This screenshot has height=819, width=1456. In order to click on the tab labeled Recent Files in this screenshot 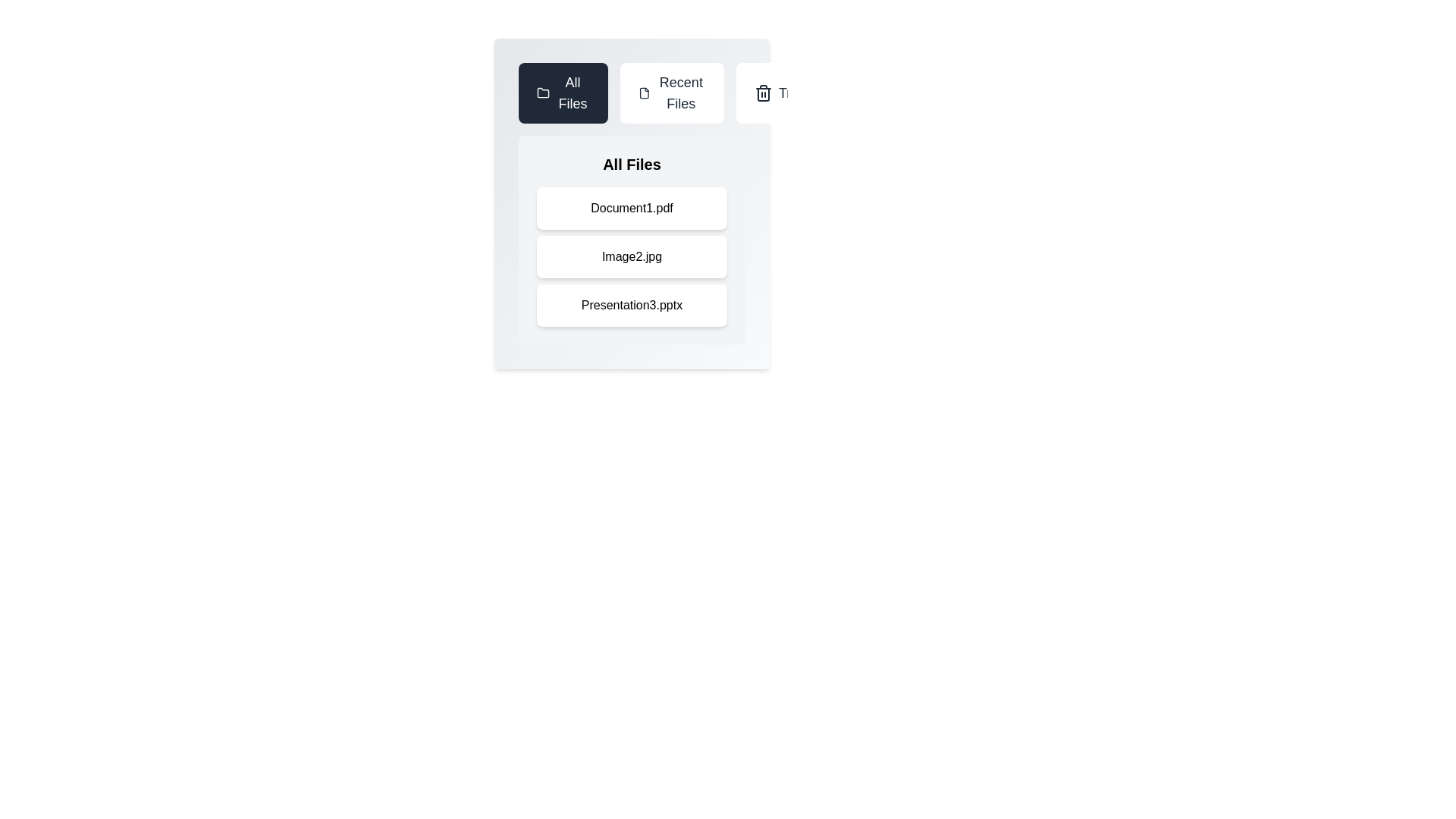, I will do `click(671, 93)`.